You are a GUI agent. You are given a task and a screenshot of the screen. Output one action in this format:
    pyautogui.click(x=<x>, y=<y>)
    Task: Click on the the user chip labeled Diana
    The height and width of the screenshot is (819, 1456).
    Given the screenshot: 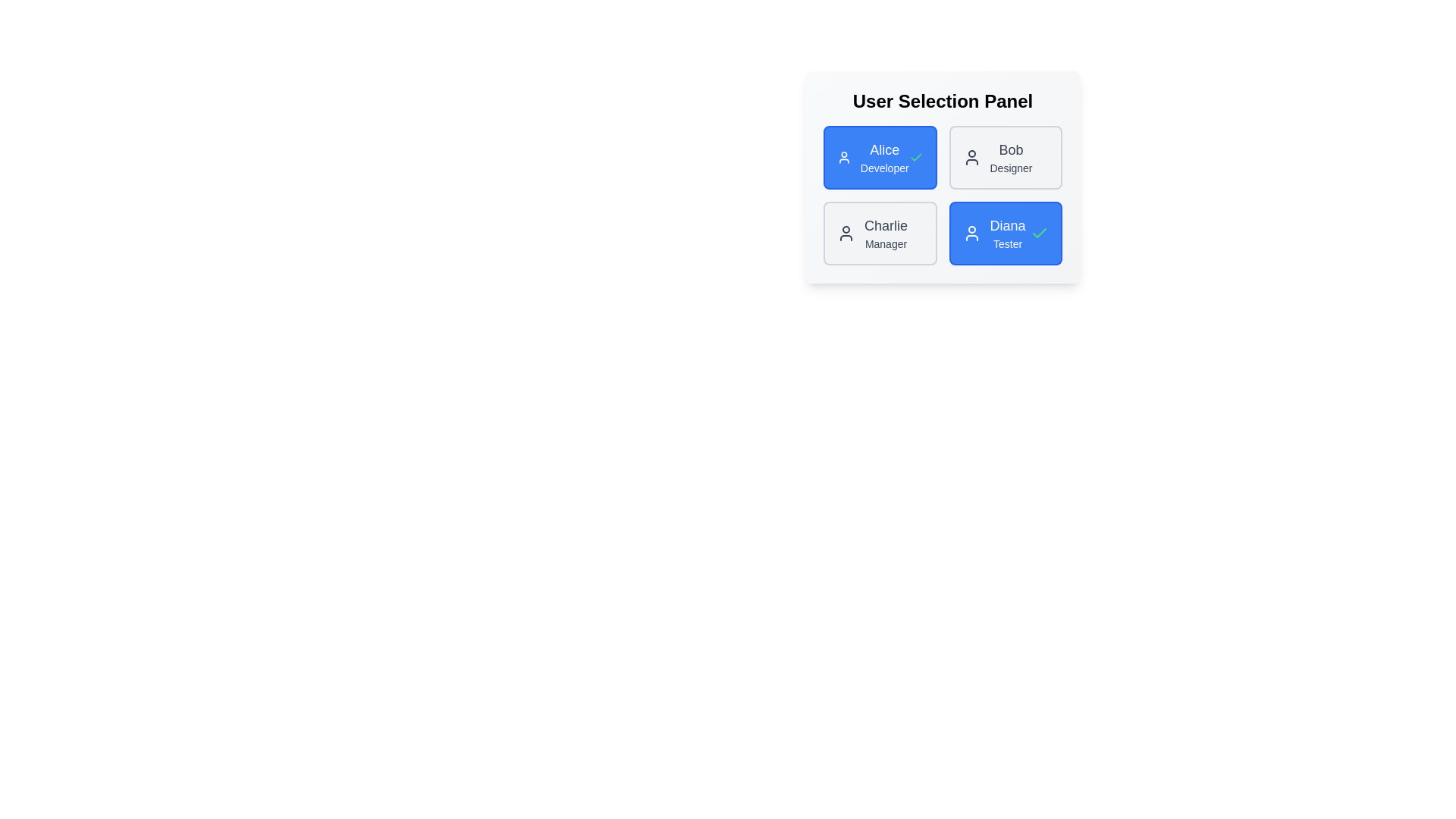 What is the action you would take?
    pyautogui.click(x=1006, y=234)
    